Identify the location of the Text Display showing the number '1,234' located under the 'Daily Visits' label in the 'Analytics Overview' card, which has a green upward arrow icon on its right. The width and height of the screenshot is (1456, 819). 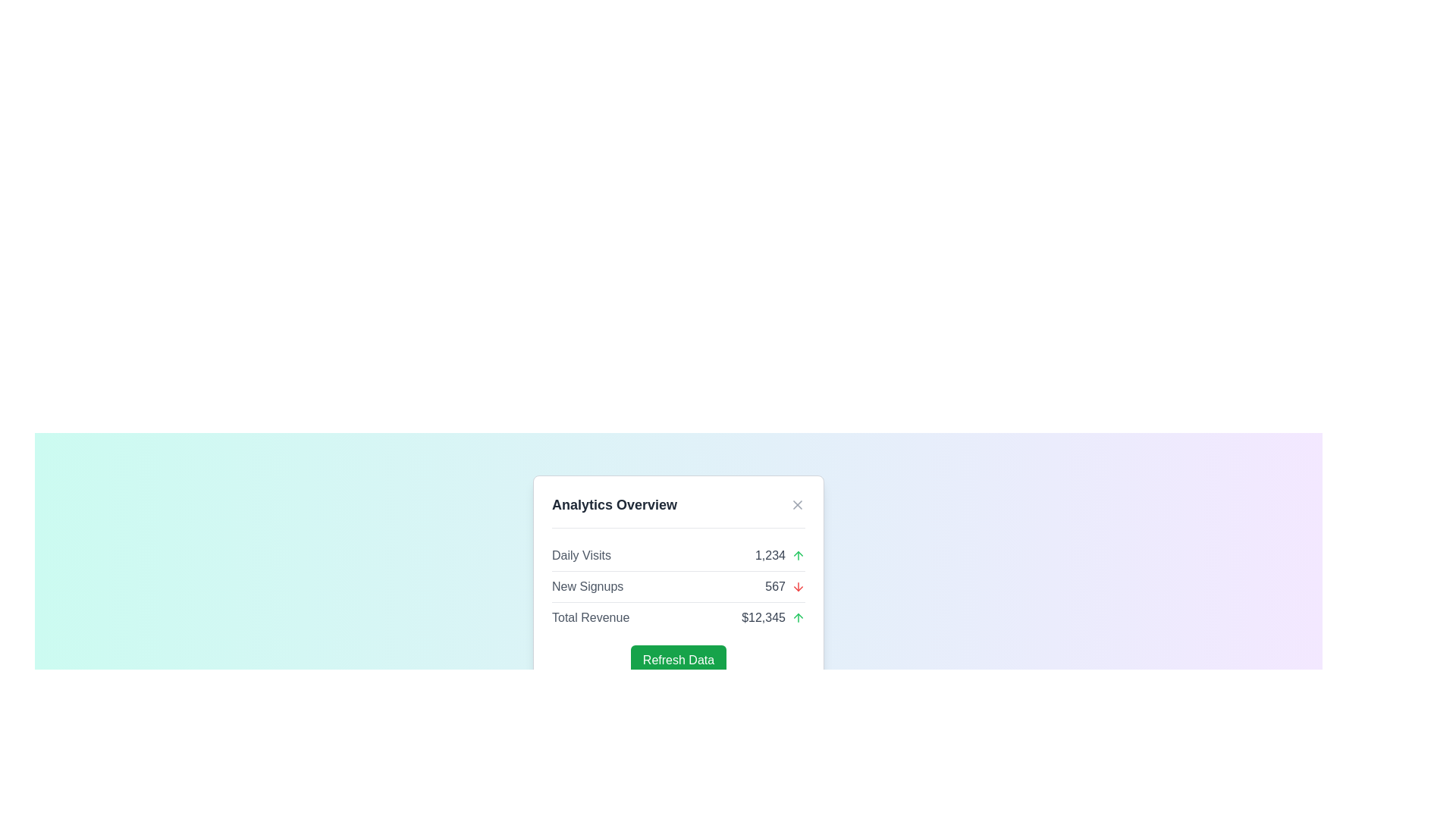
(770, 555).